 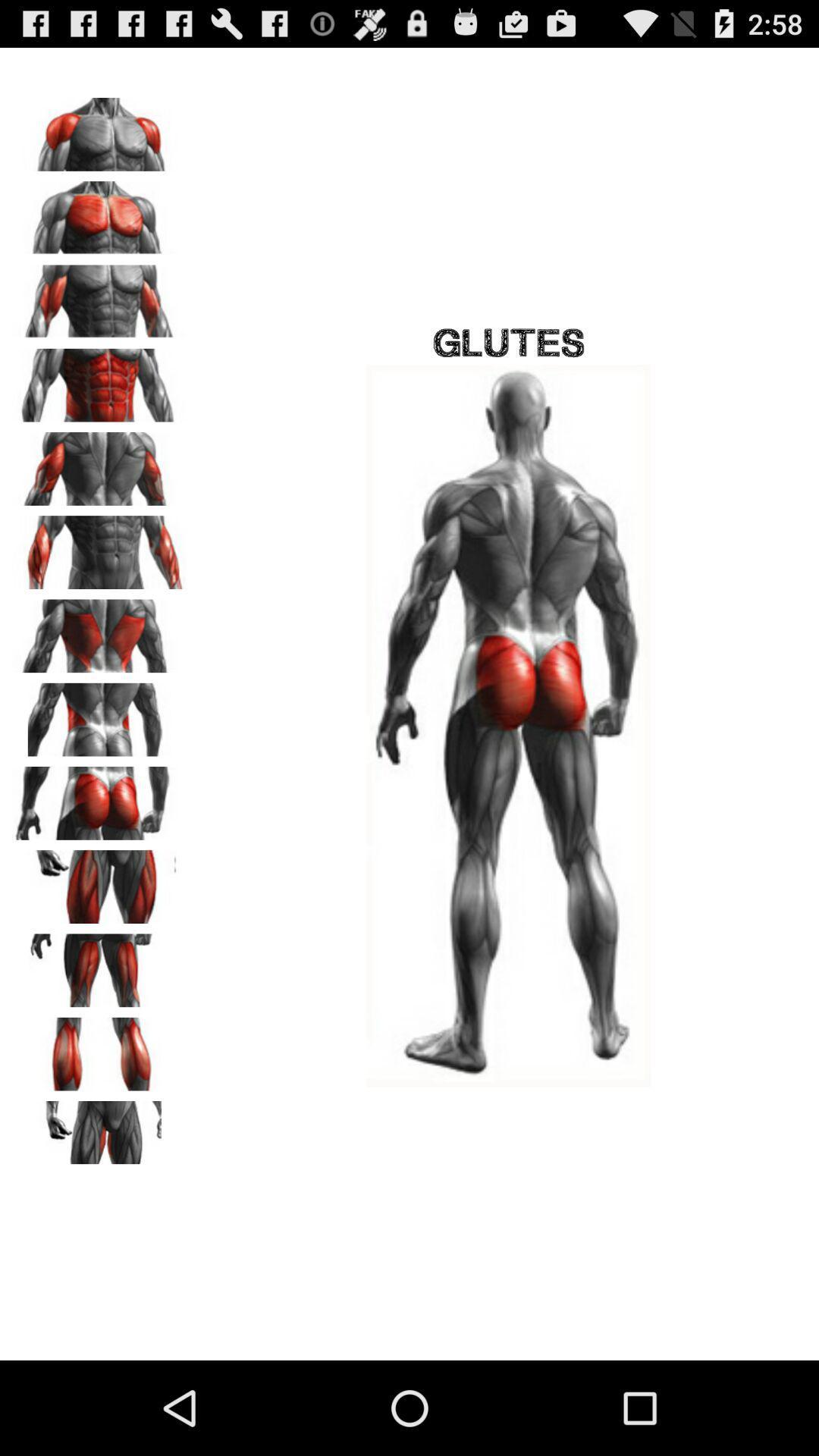 What do you see at coordinates (99, 1132) in the screenshot?
I see `change the view of body part` at bounding box center [99, 1132].